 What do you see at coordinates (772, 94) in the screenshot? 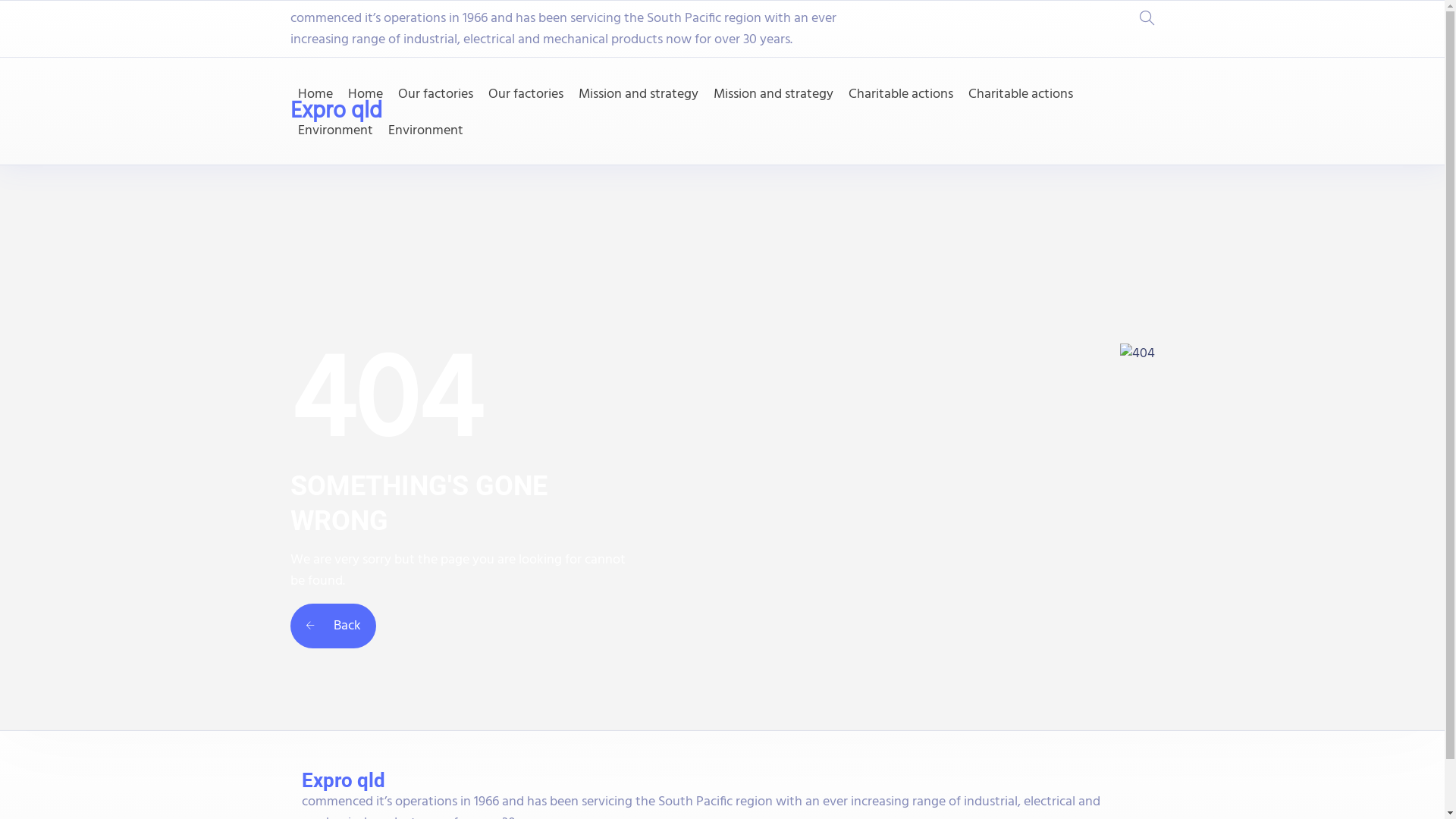
I see `'Mission and strategy'` at bounding box center [772, 94].